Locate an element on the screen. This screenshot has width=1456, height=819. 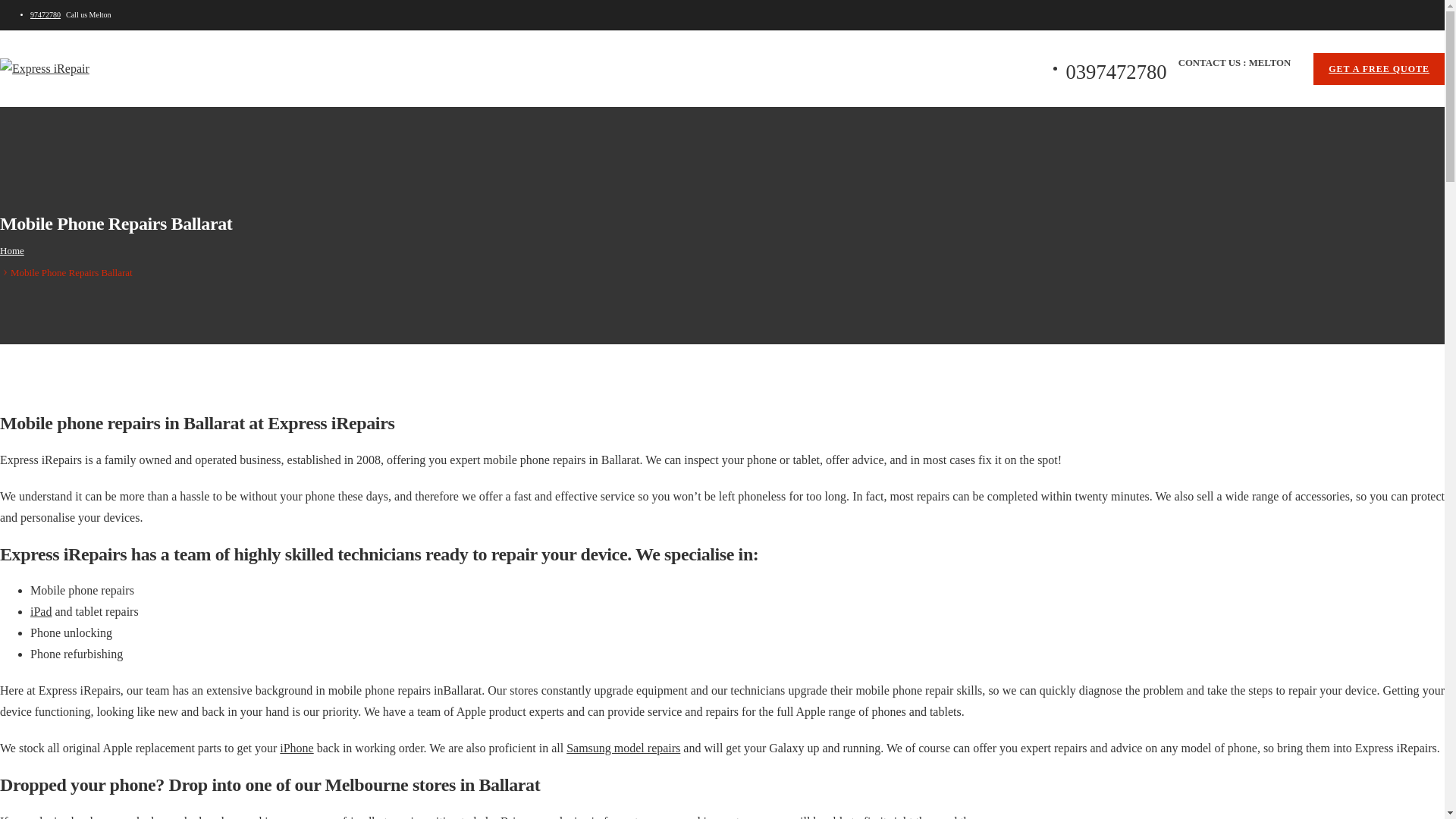
'CONTACT US' is located at coordinates (428, 128).